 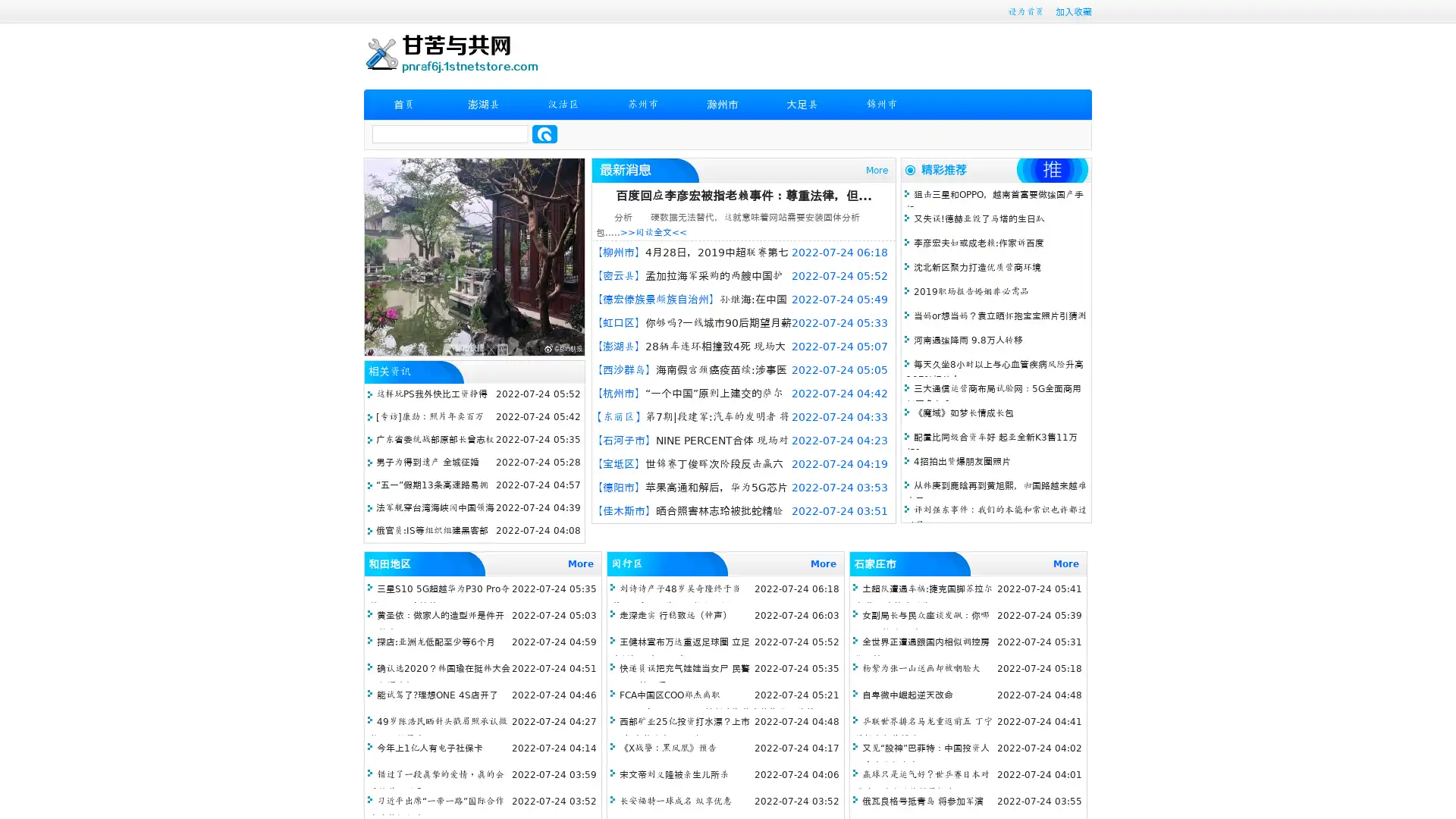 What do you see at coordinates (544, 133) in the screenshot?
I see `Search` at bounding box center [544, 133].